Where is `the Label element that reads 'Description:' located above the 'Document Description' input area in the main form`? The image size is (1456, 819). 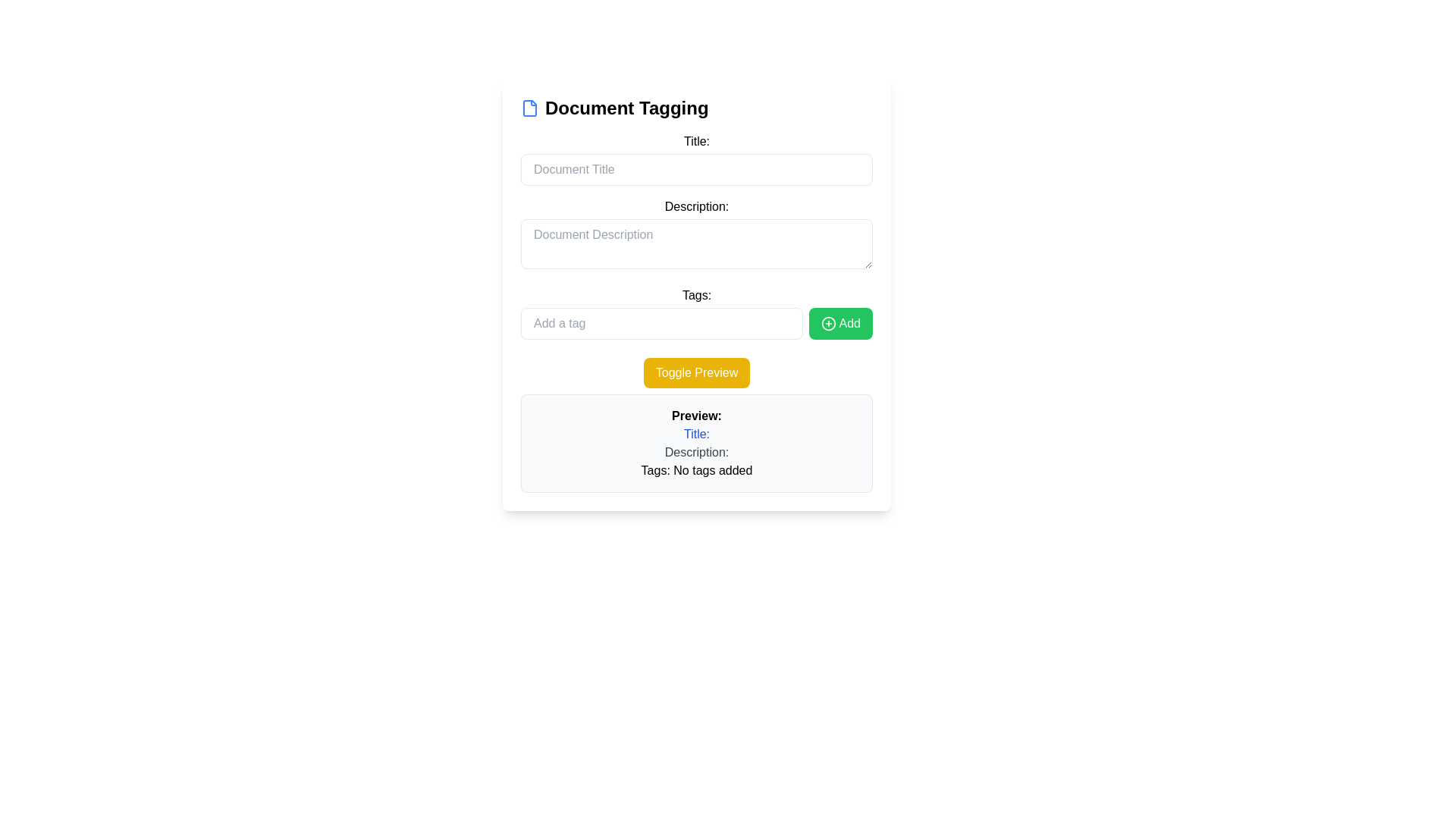 the Label element that reads 'Description:' located above the 'Document Description' input area in the main form is located at coordinates (695, 207).